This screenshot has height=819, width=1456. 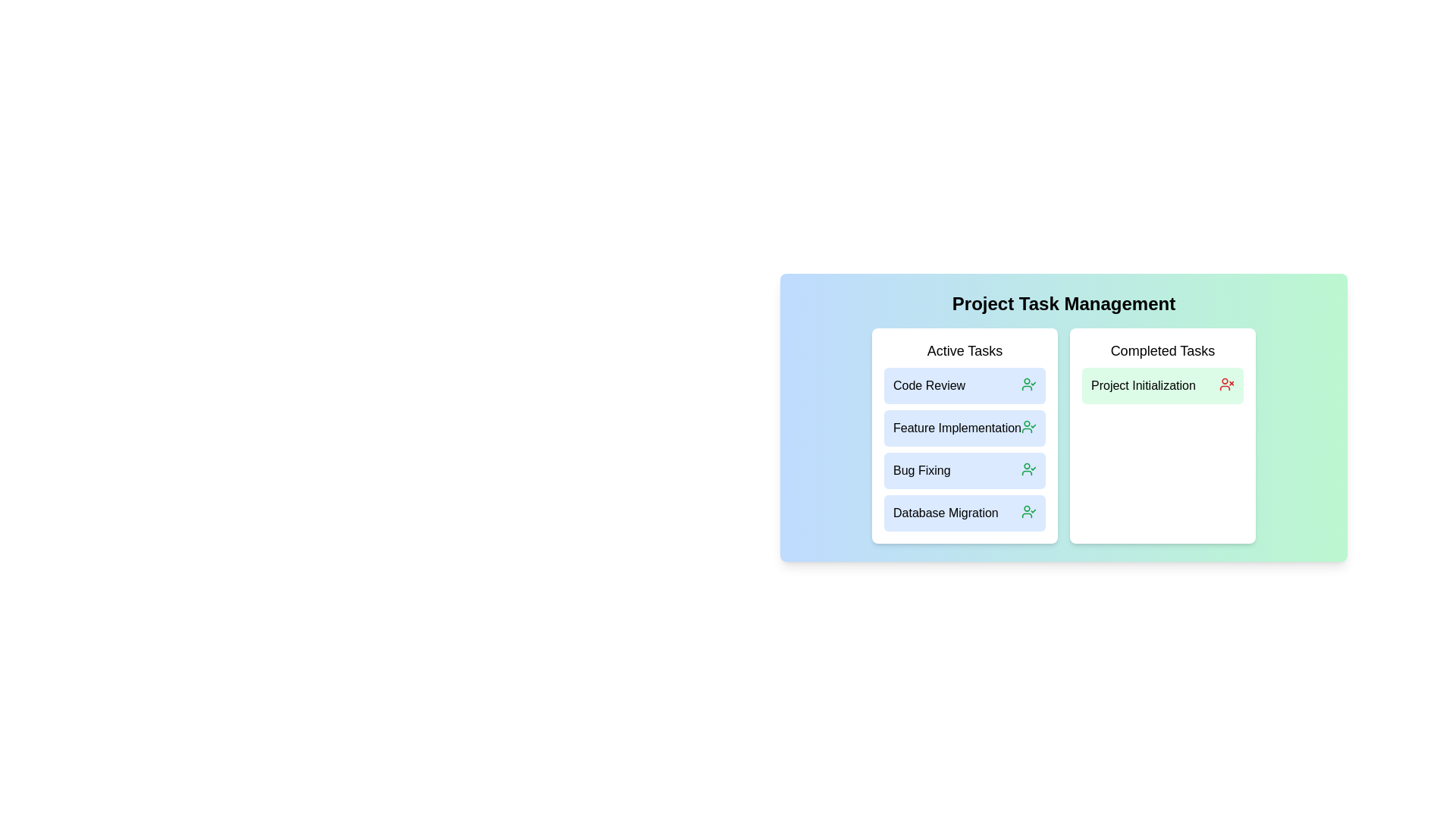 What do you see at coordinates (1029, 383) in the screenshot?
I see `the 'UserCheck' icon next to the task 'Code Review' in the Active Tasks list` at bounding box center [1029, 383].